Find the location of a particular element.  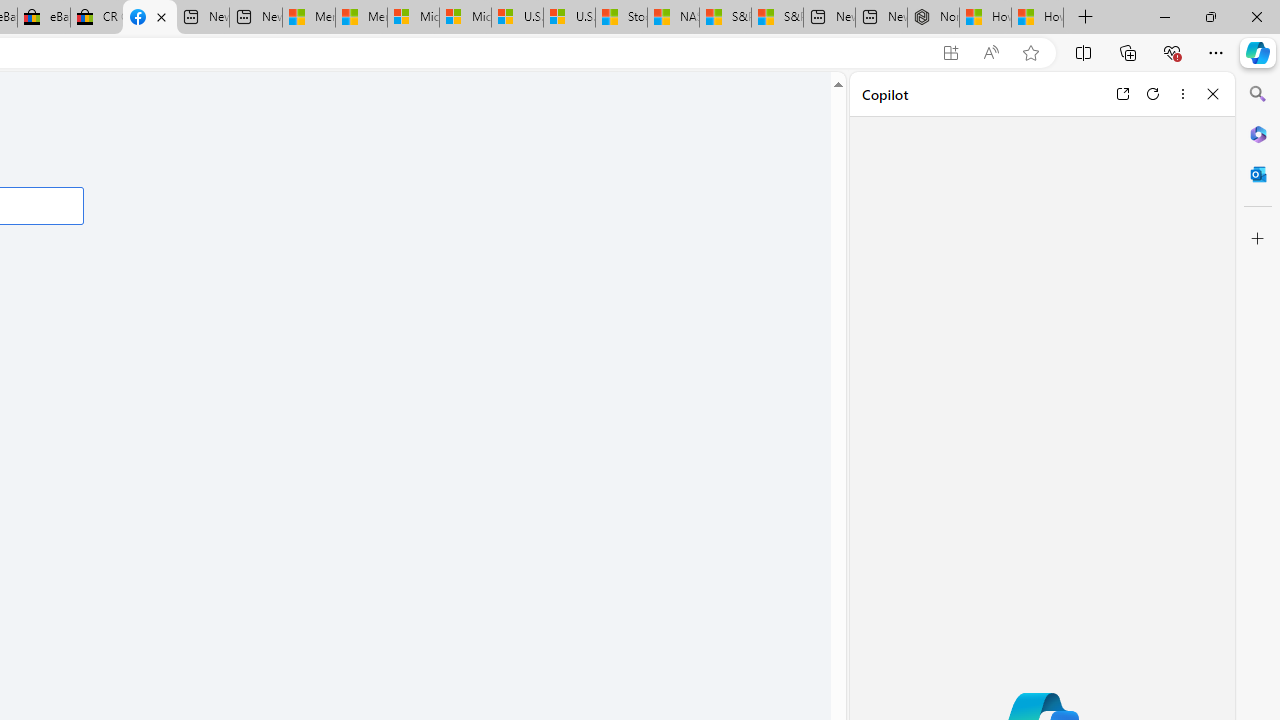

'eBay Inc. Reports Third Quarter 2023 Results' is located at coordinates (44, 17).